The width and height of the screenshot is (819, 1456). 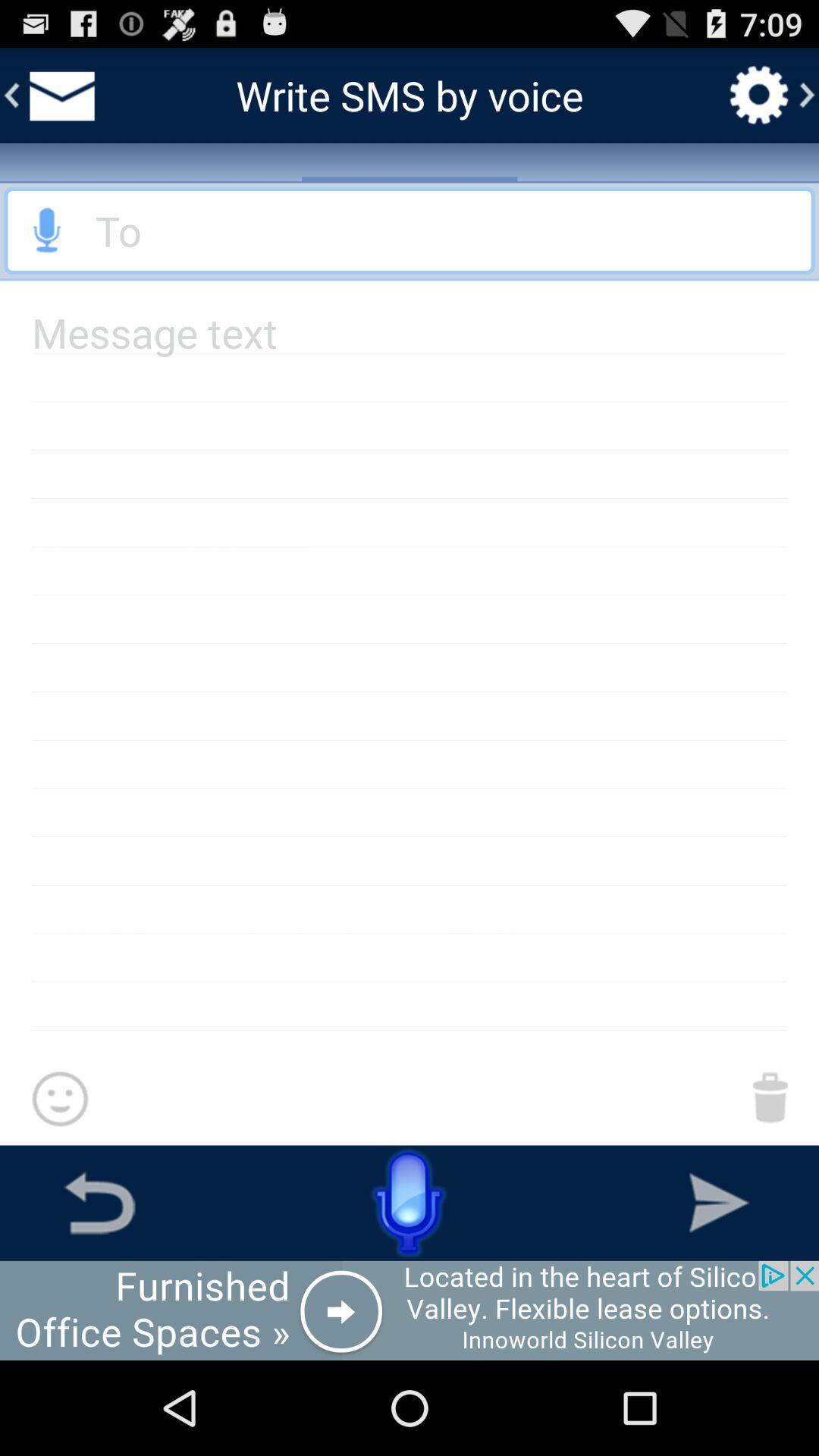 What do you see at coordinates (759, 94) in the screenshot?
I see `setting option` at bounding box center [759, 94].